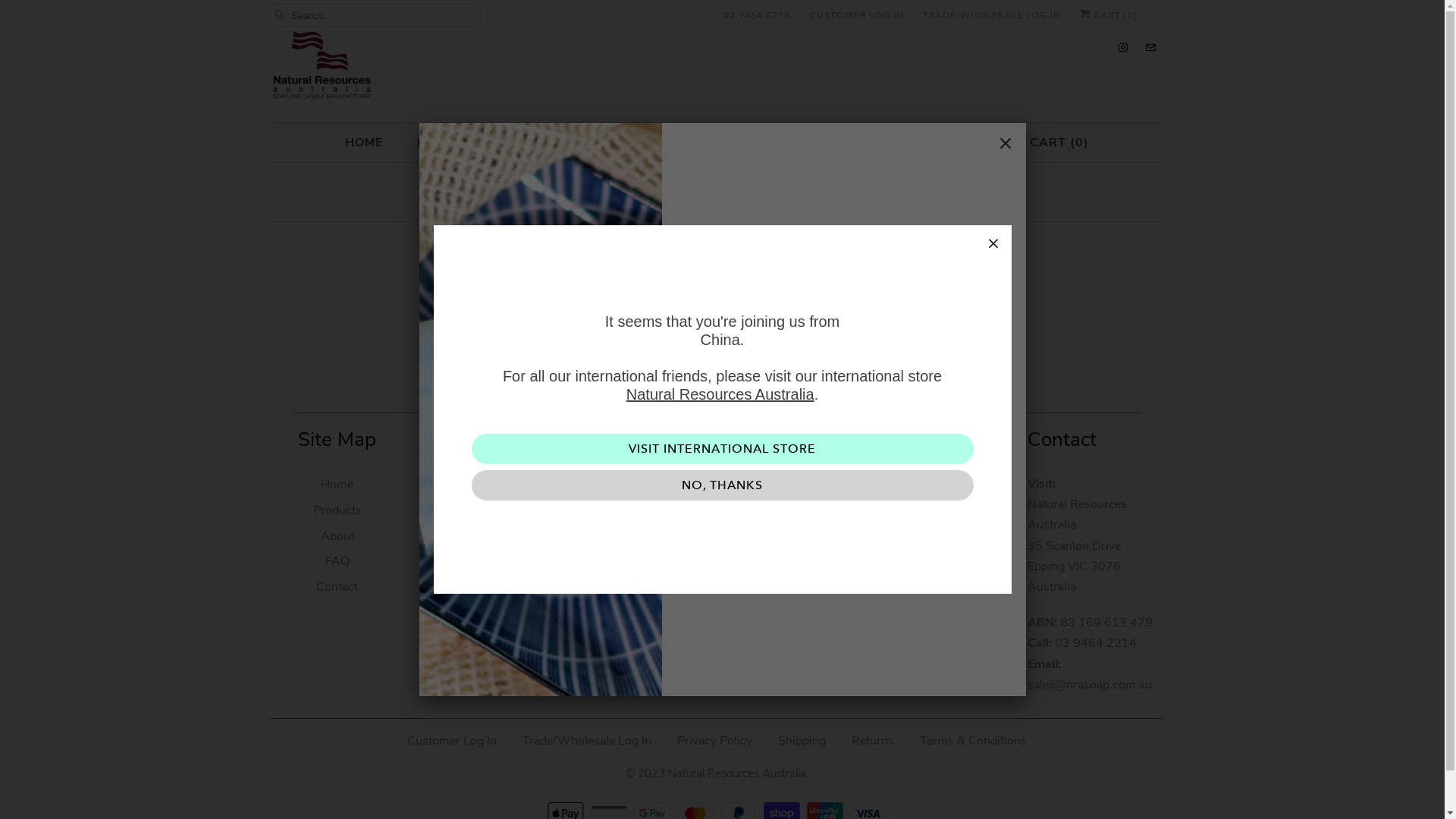 Image resolution: width=1456 pixels, height=819 pixels. What do you see at coordinates (336, 485) in the screenshot?
I see `'Home'` at bounding box center [336, 485].